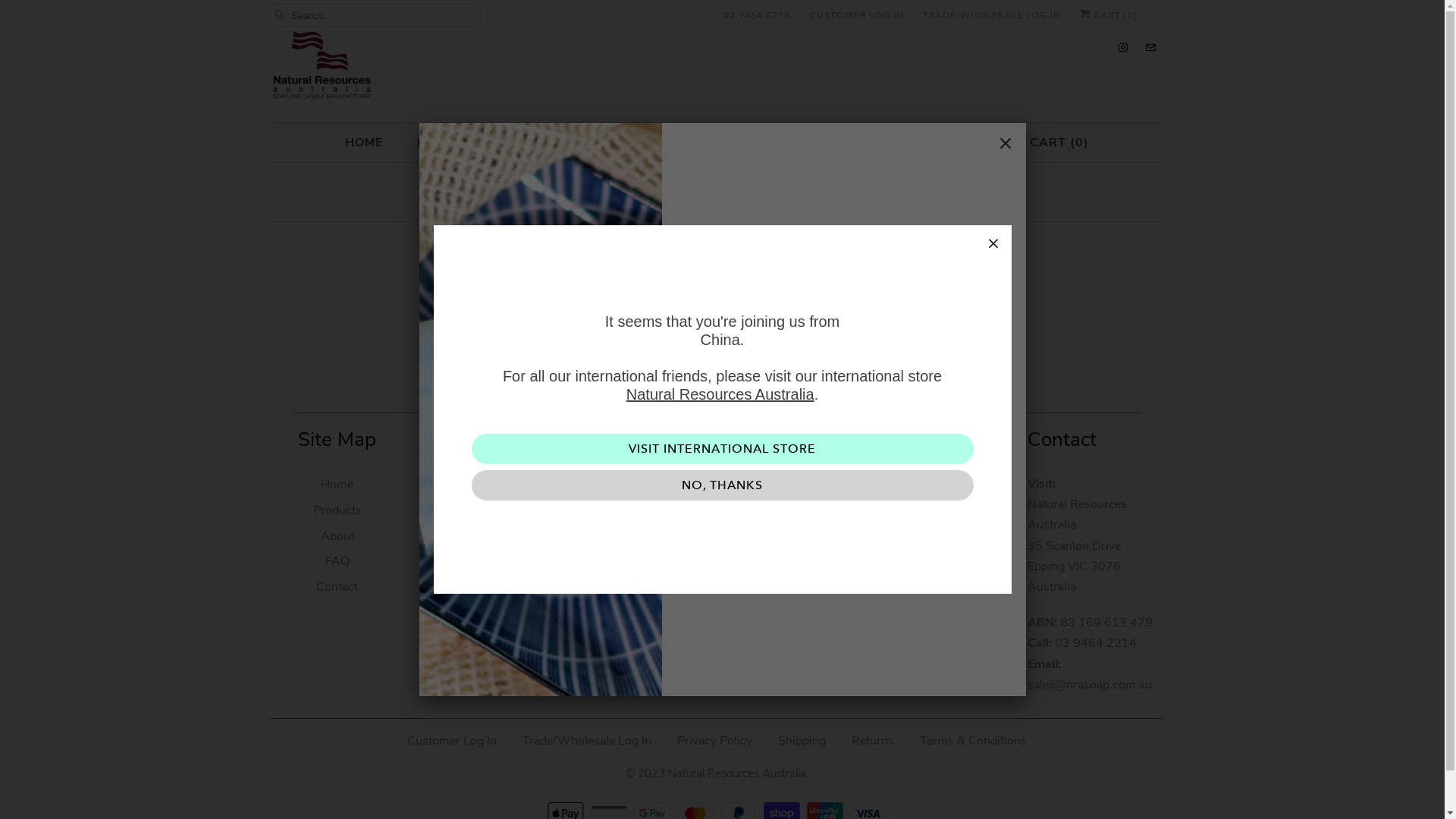 Image resolution: width=1456 pixels, height=819 pixels. What do you see at coordinates (336, 485) in the screenshot?
I see `'Home'` at bounding box center [336, 485].